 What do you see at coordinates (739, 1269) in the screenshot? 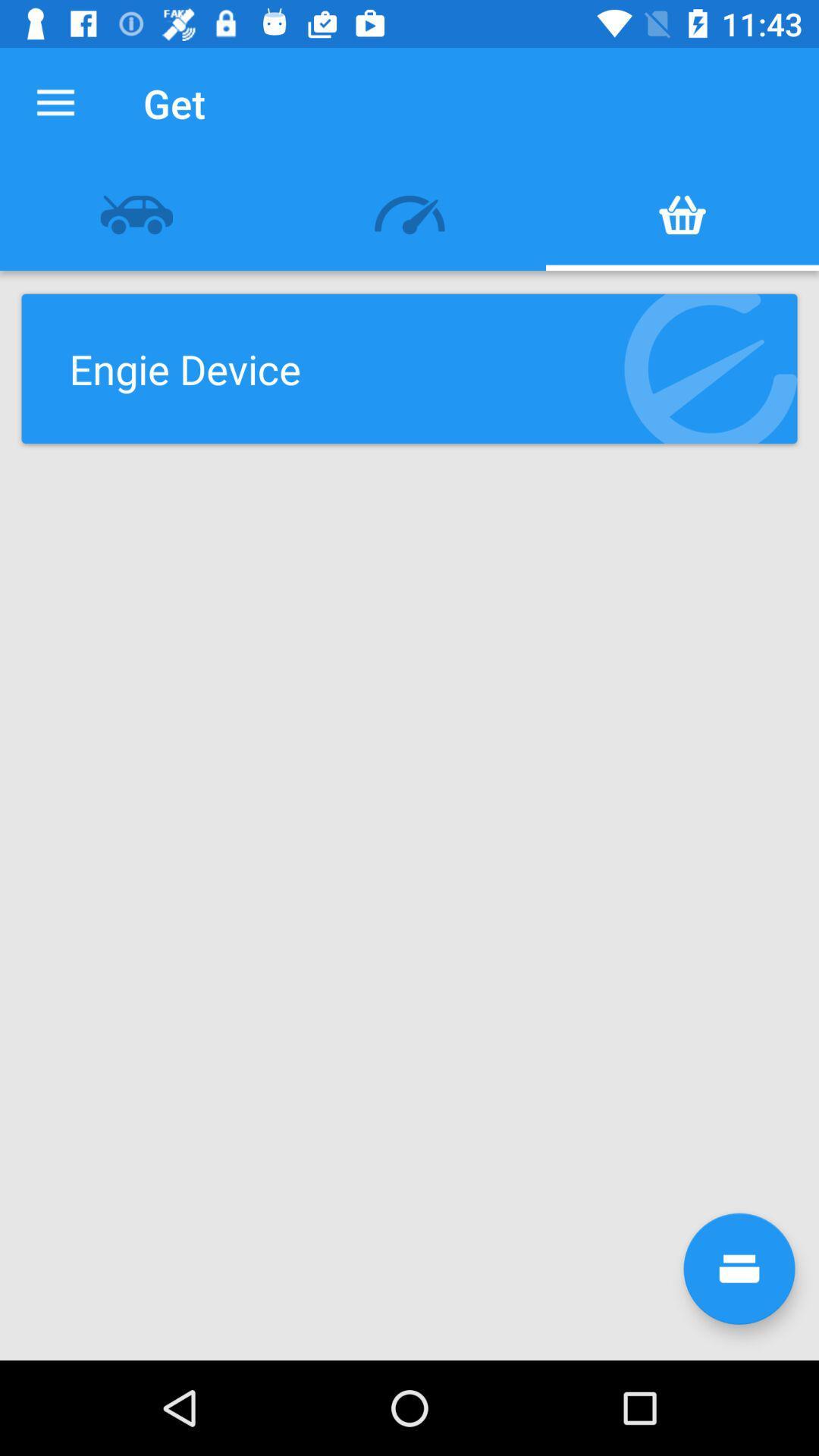
I see `the item at the bottom right corner` at bounding box center [739, 1269].